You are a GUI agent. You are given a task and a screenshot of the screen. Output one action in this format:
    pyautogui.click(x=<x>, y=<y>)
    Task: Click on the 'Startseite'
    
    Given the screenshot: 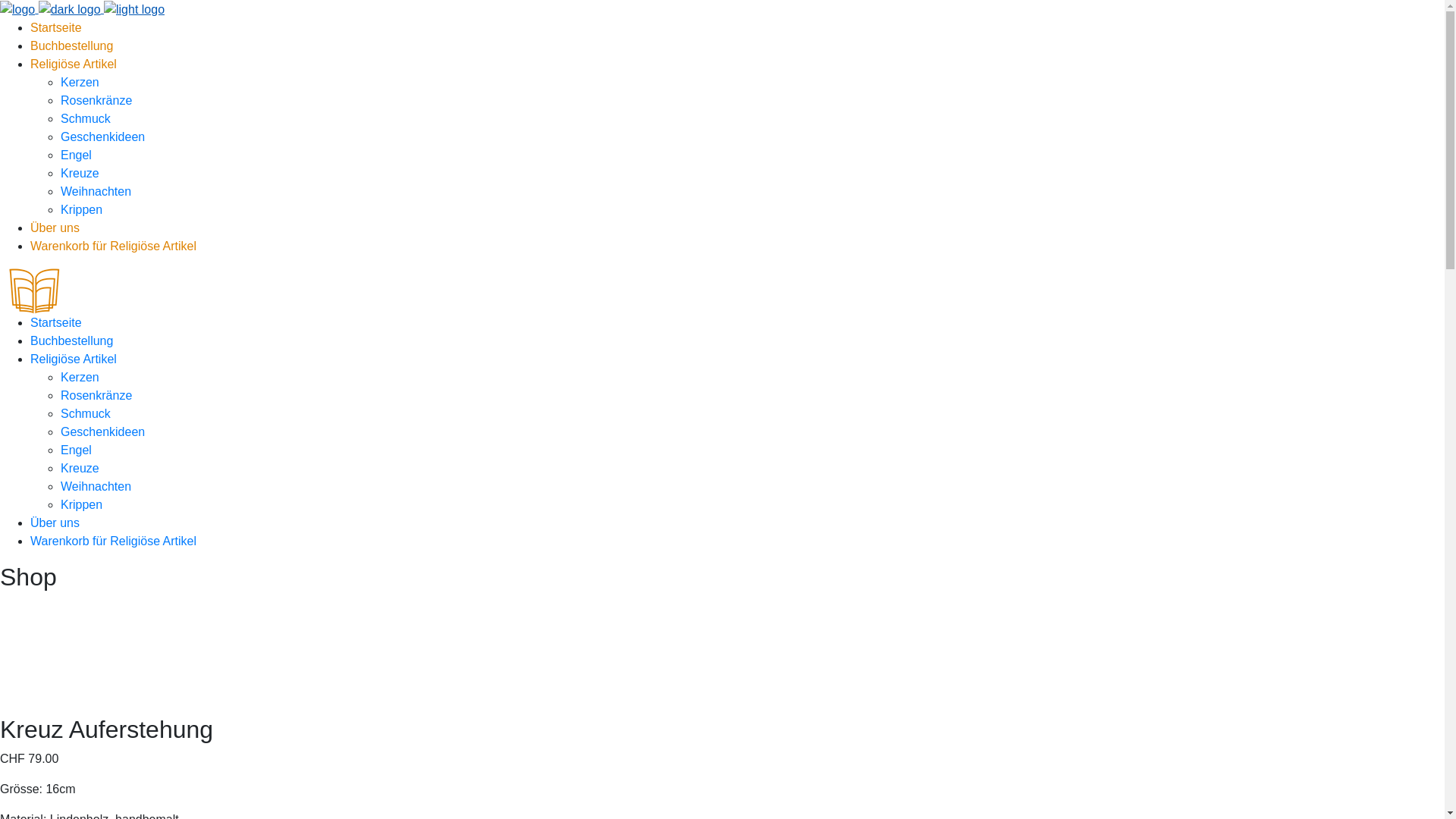 What is the action you would take?
    pyautogui.click(x=55, y=27)
    